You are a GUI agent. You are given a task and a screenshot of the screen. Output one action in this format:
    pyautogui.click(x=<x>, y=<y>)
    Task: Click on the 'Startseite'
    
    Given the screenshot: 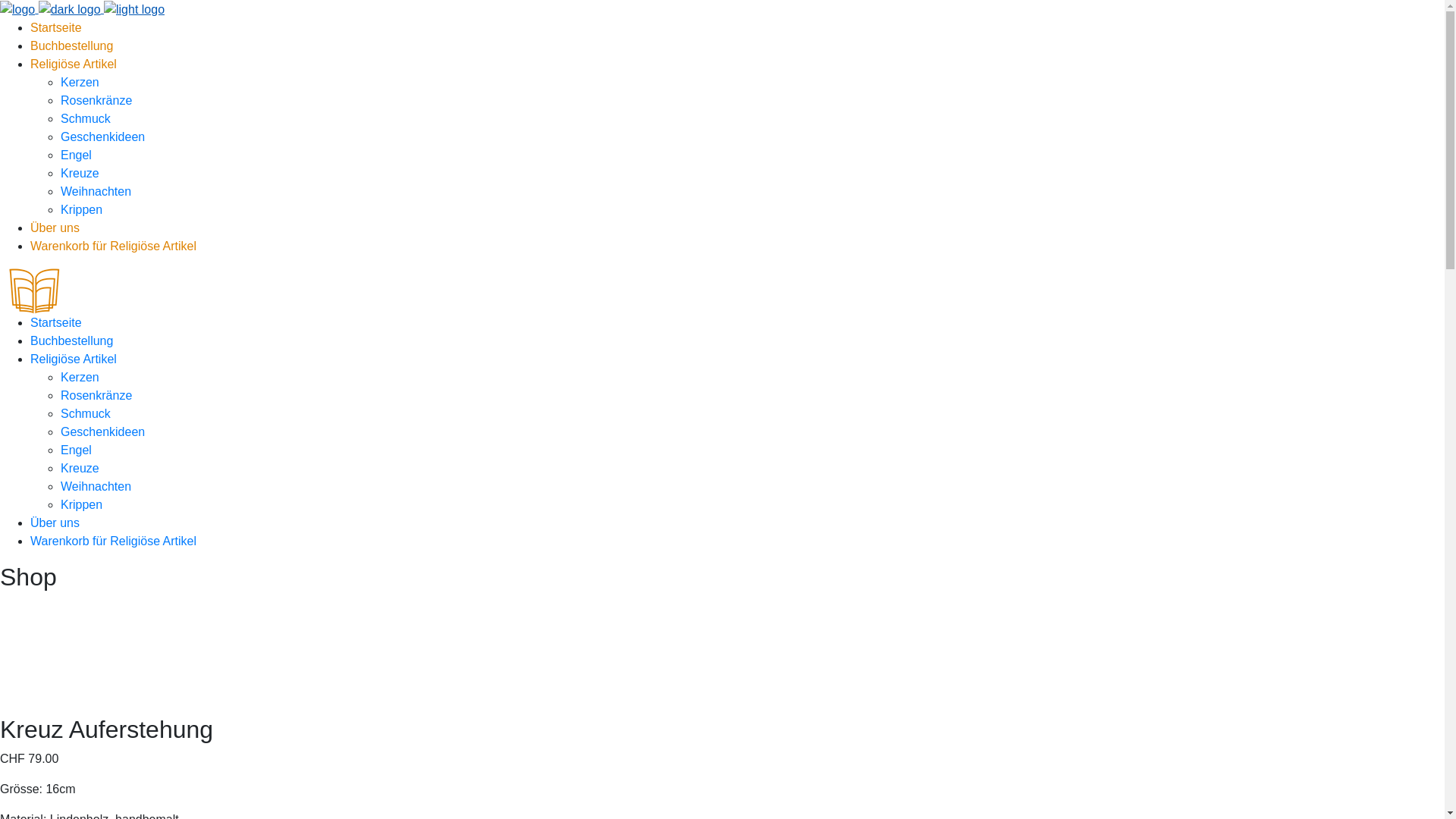 What is the action you would take?
    pyautogui.click(x=55, y=27)
    